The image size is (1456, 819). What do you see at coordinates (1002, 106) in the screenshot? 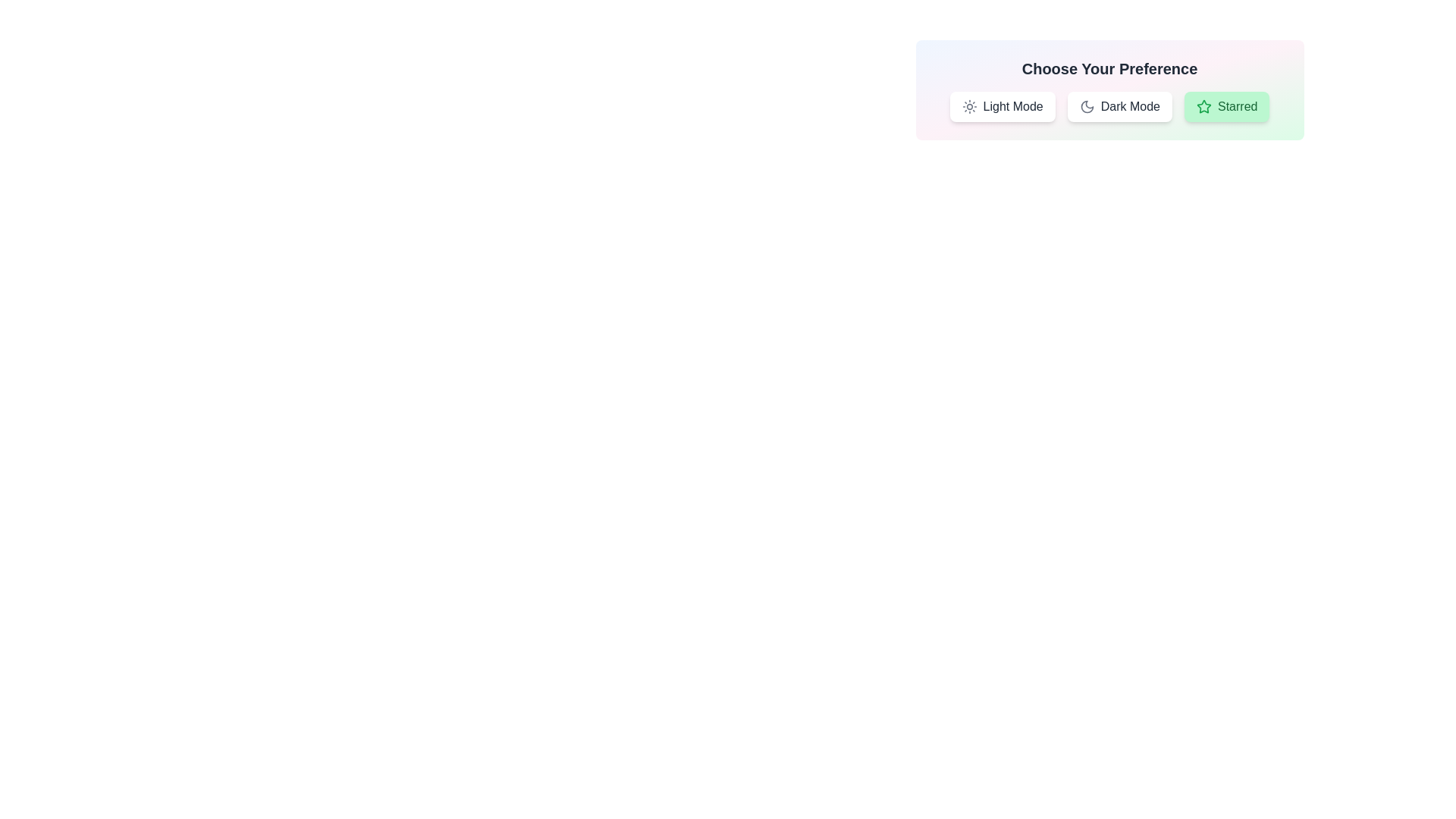
I see `the chip labeled Light Mode` at bounding box center [1002, 106].